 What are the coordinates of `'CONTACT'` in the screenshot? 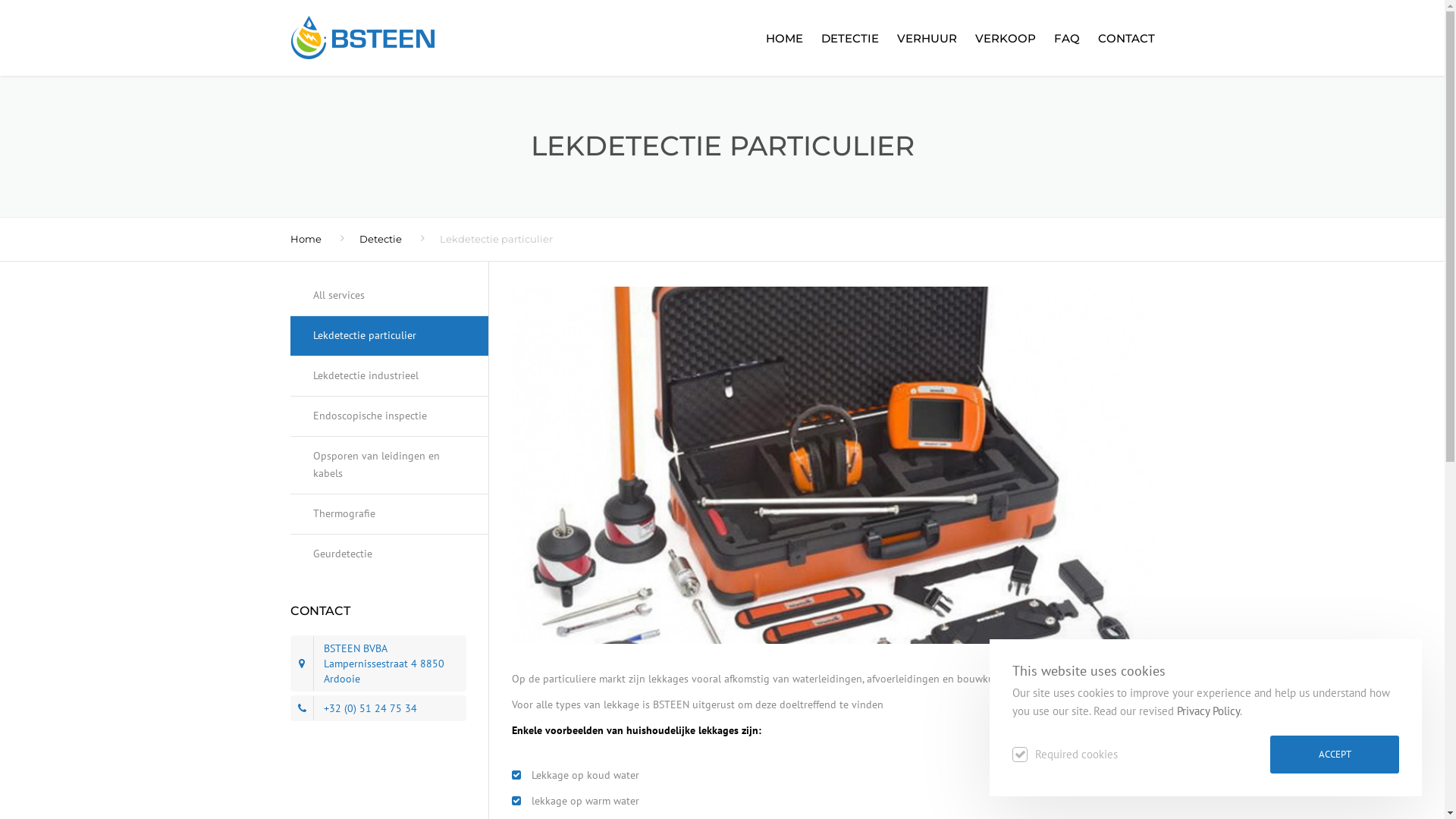 It's located at (1122, 37).